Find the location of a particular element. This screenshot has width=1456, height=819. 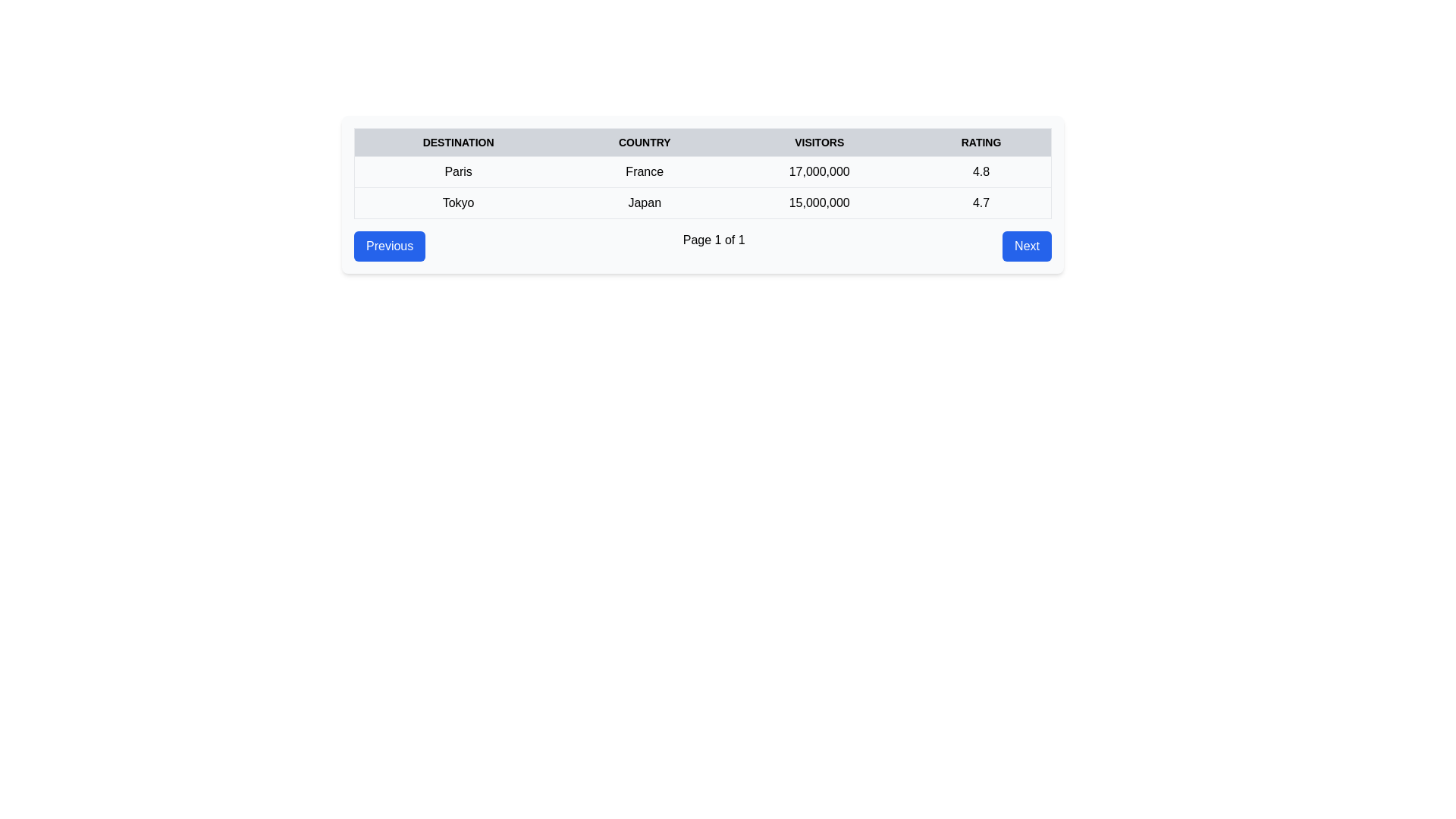

the Text Label displaying the name of the destination 'Tokyo' in the second row, first column of the table is located at coordinates (457, 202).